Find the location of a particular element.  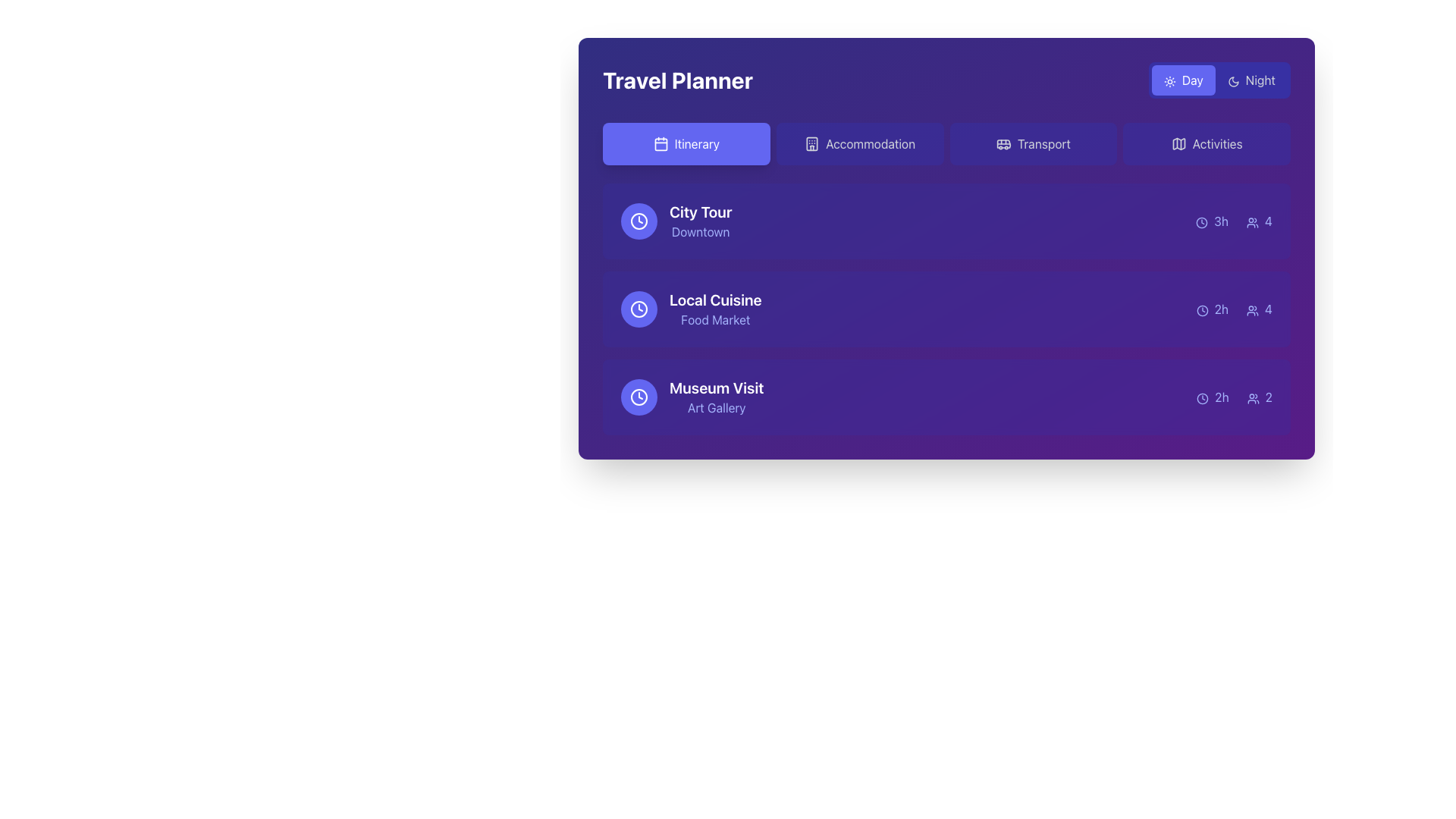

the 'Local Cuisine' list item is located at coordinates (690, 309).